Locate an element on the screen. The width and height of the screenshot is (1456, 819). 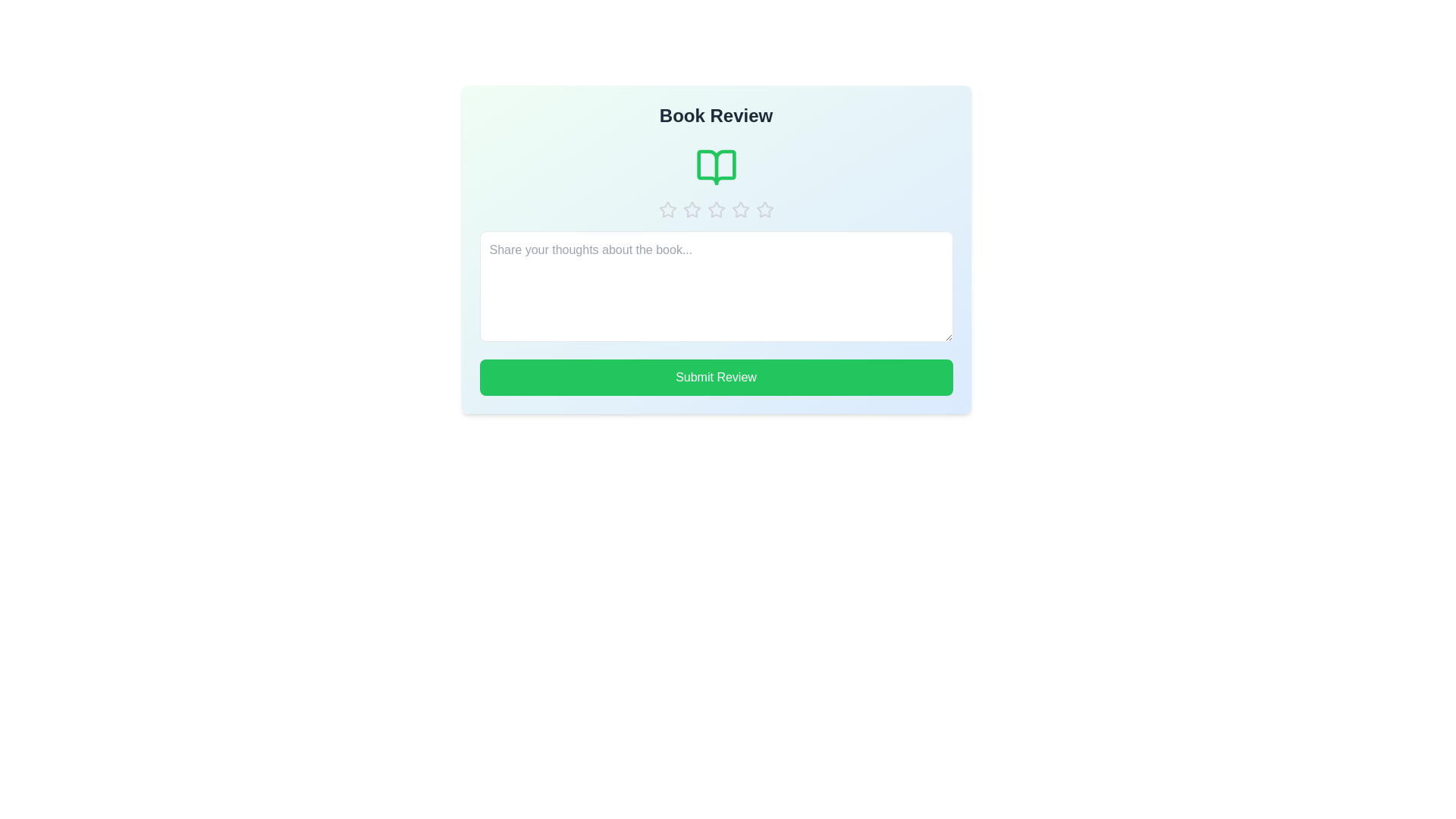
the star corresponding to 4 to preview the rating is located at coordinates (740, 210).